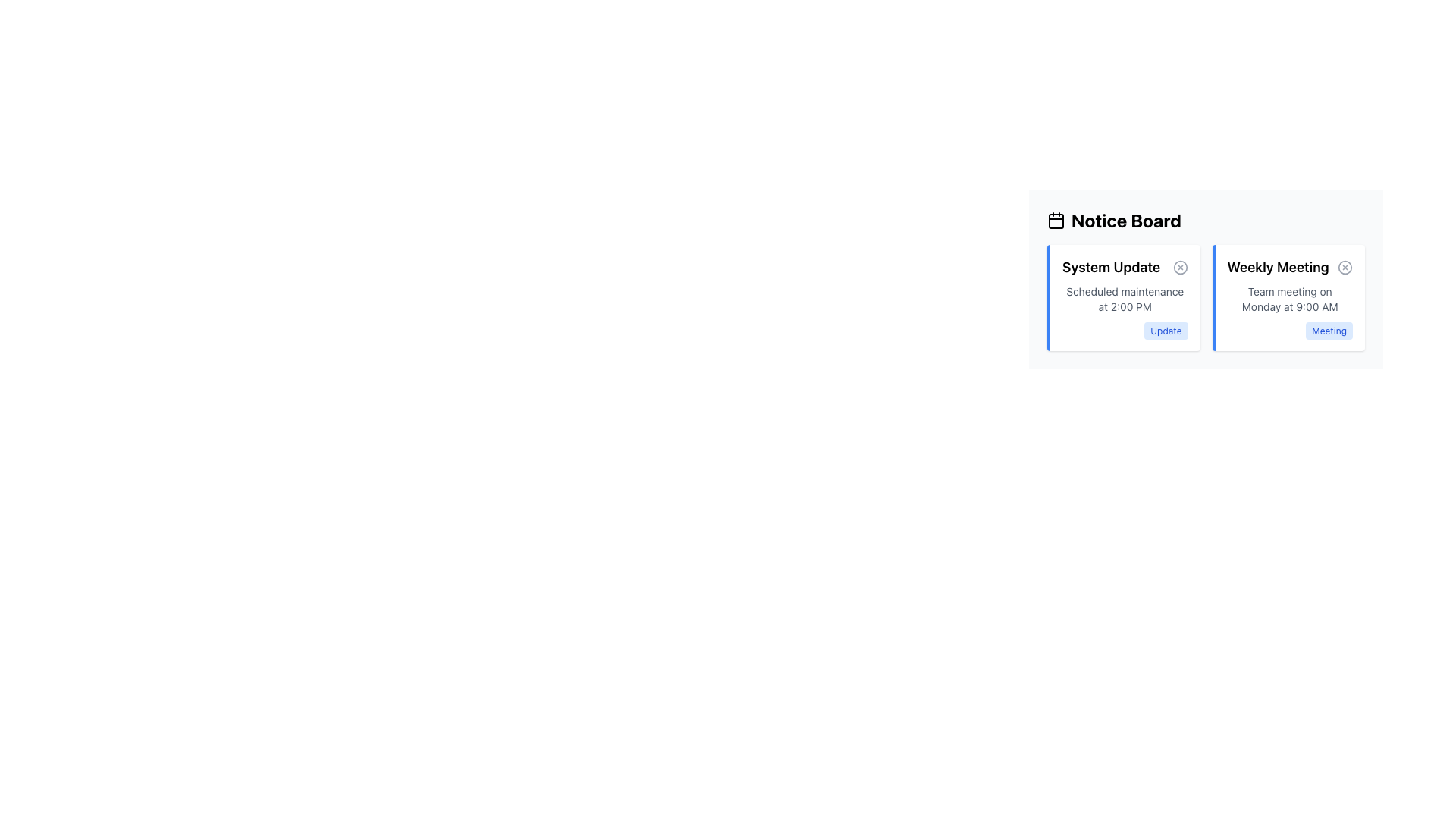 This screenshot has width=1456, height=819. Describe the element at coordinates (1345, 267) in the screenshot. I see `the delete icon located to the right of the 'Weekly Meeting' text` at that location.